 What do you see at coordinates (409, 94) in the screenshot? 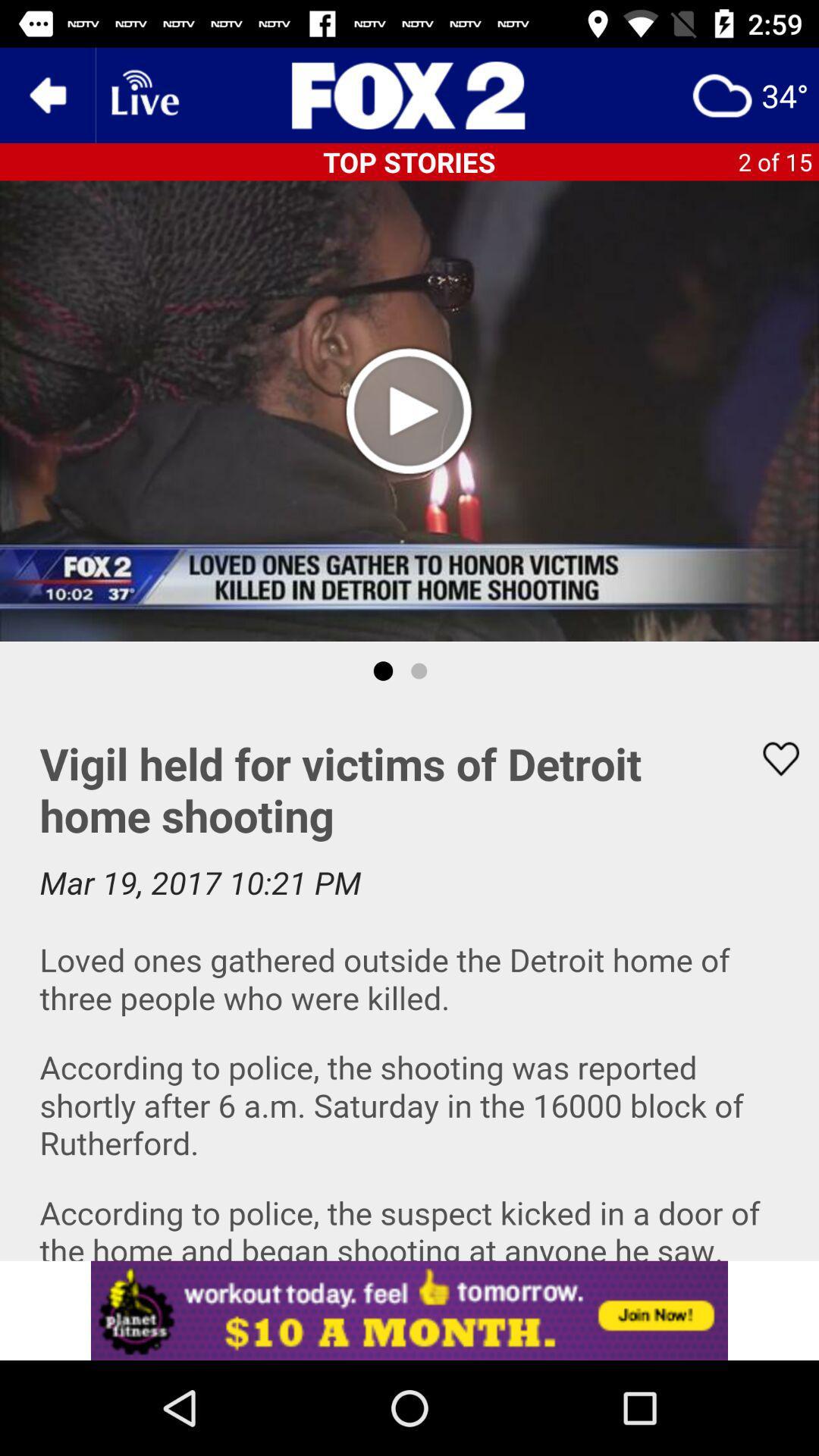
I see `click the logo` at bounding box center [409, 94].